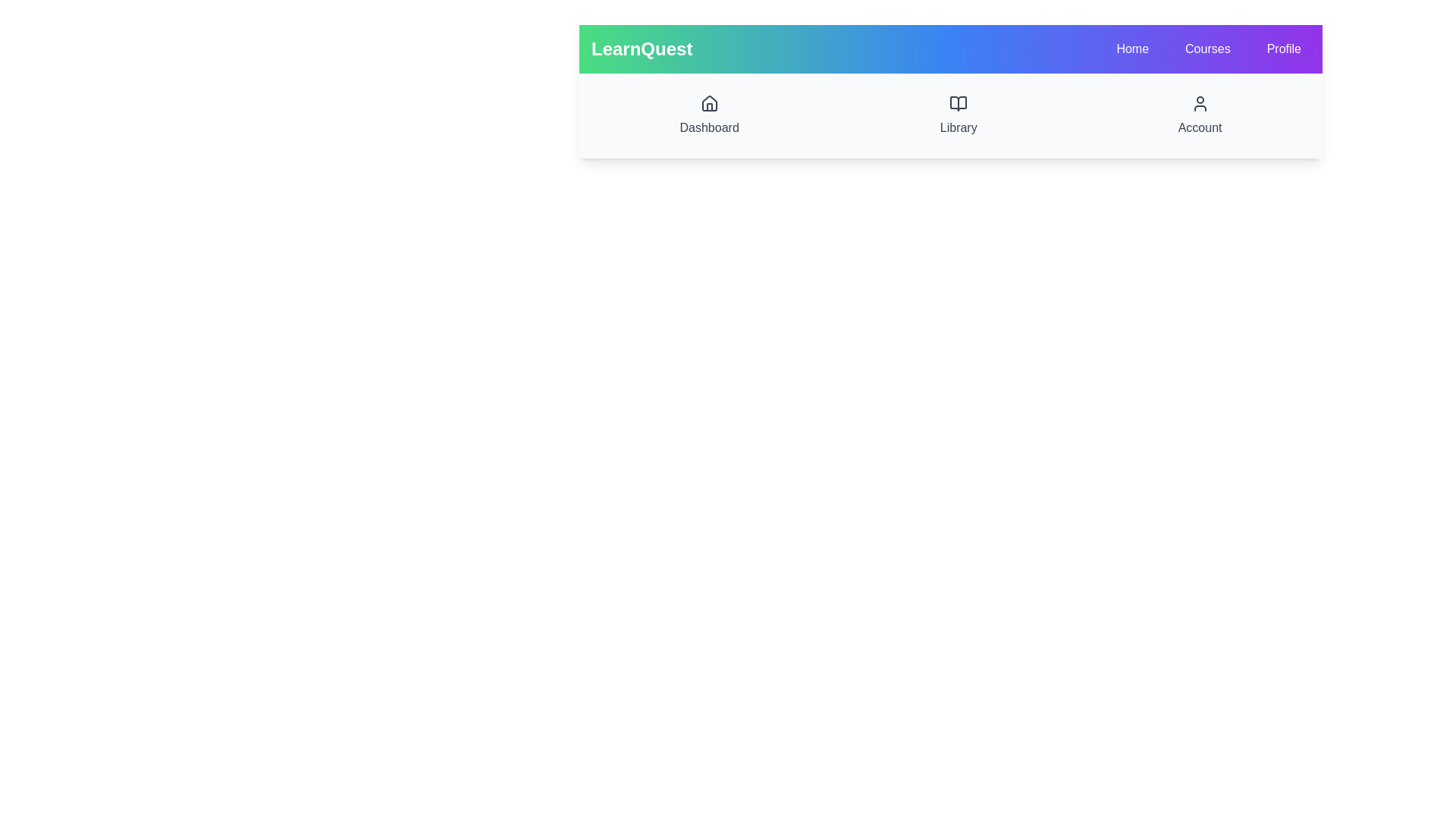  What do you see at coordinates (1207, 49) in the screenshot?
I see `the Courses to observe its hover effect` at bounding box center [1207, 49].